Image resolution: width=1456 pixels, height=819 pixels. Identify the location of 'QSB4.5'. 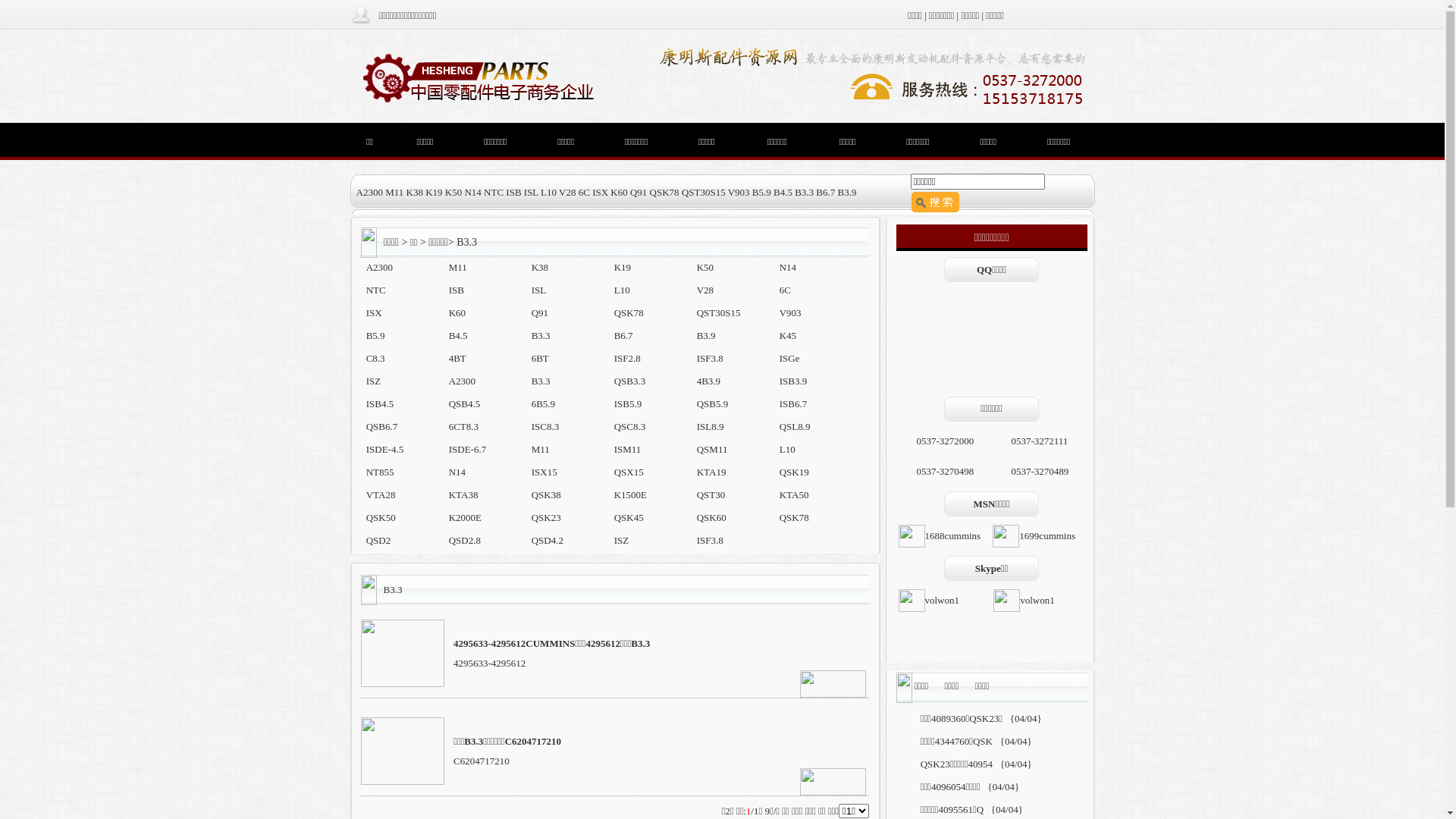
(447, 403).